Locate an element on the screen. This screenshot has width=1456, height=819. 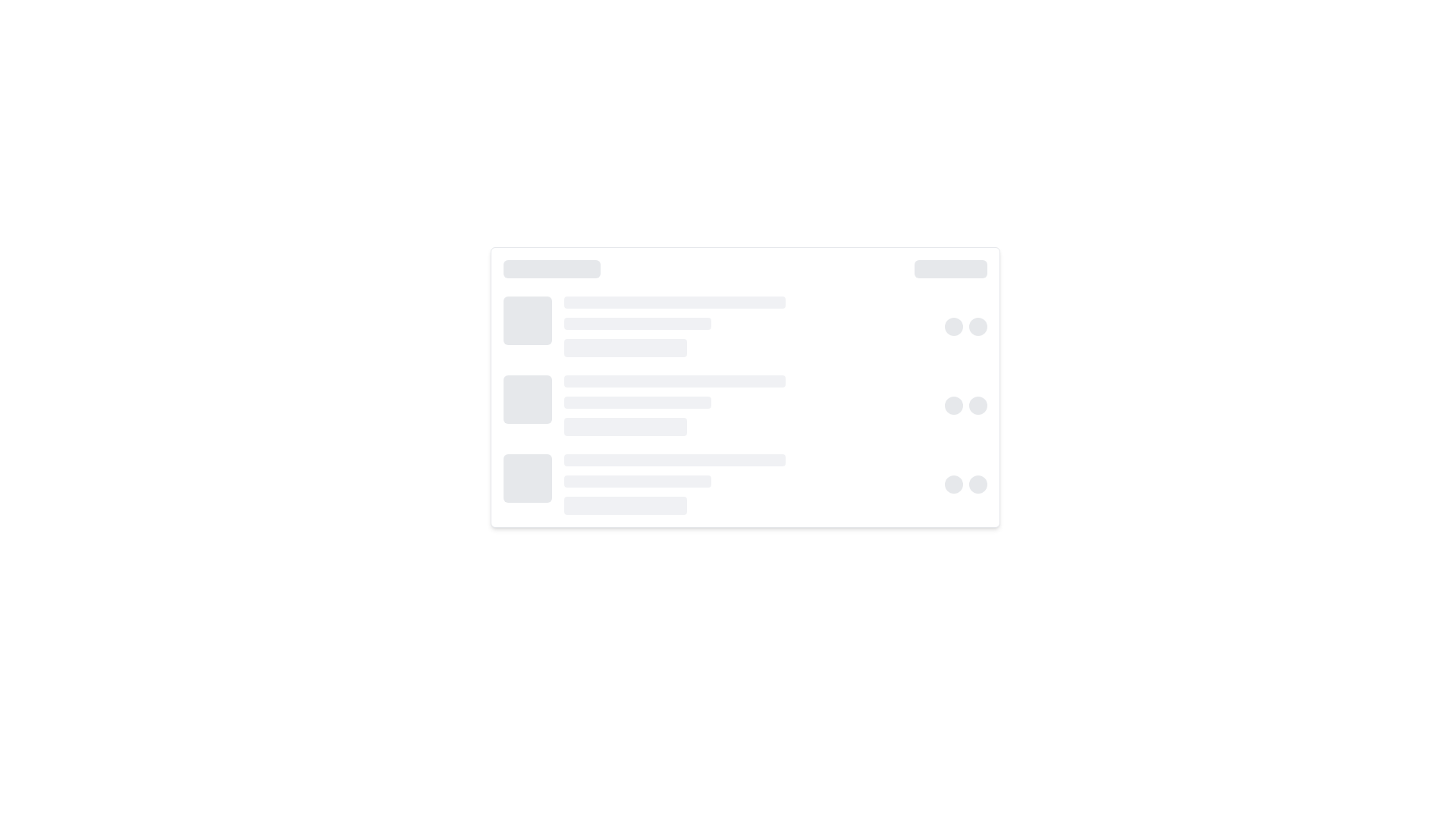
the group of circular placeholders with a light gray background, positioned horizontally next to each other near the bottom edge of the primary section is located at coordinates (965, 405).